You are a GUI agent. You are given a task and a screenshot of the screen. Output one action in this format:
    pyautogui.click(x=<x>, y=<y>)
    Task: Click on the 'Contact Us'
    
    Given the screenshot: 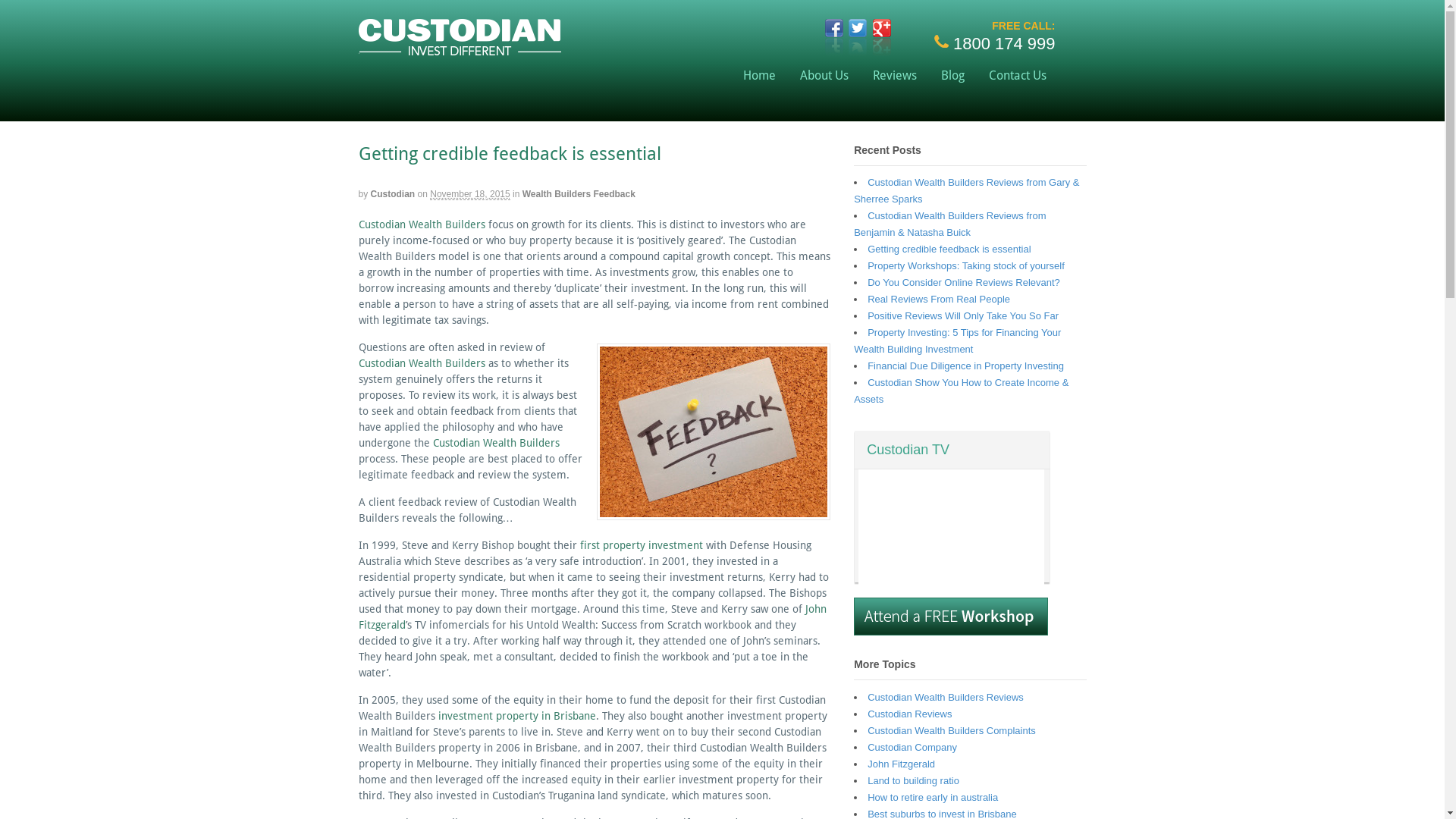 What is the action you would take?
    pyautogui.click(x=1018, y=75)
    